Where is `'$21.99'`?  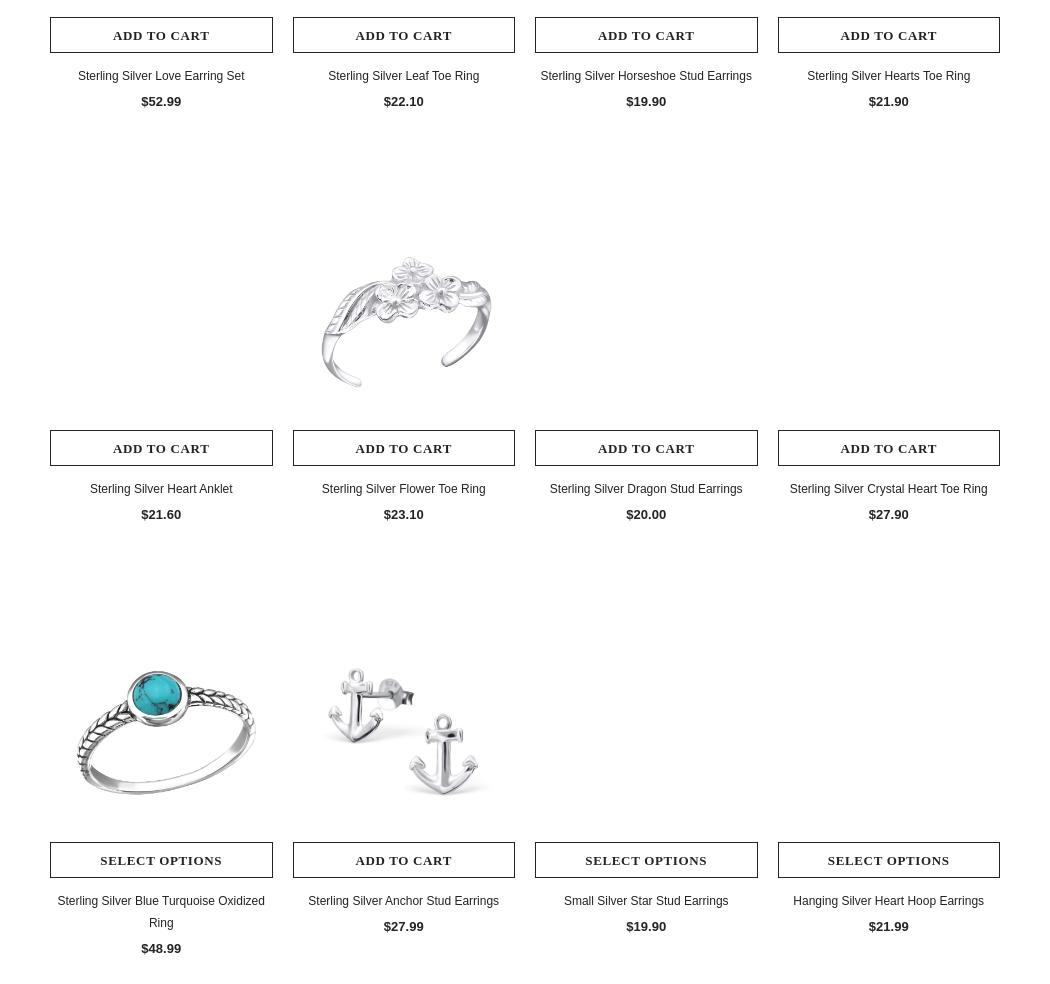
'$21.99' is located at coordinates (886, 925).